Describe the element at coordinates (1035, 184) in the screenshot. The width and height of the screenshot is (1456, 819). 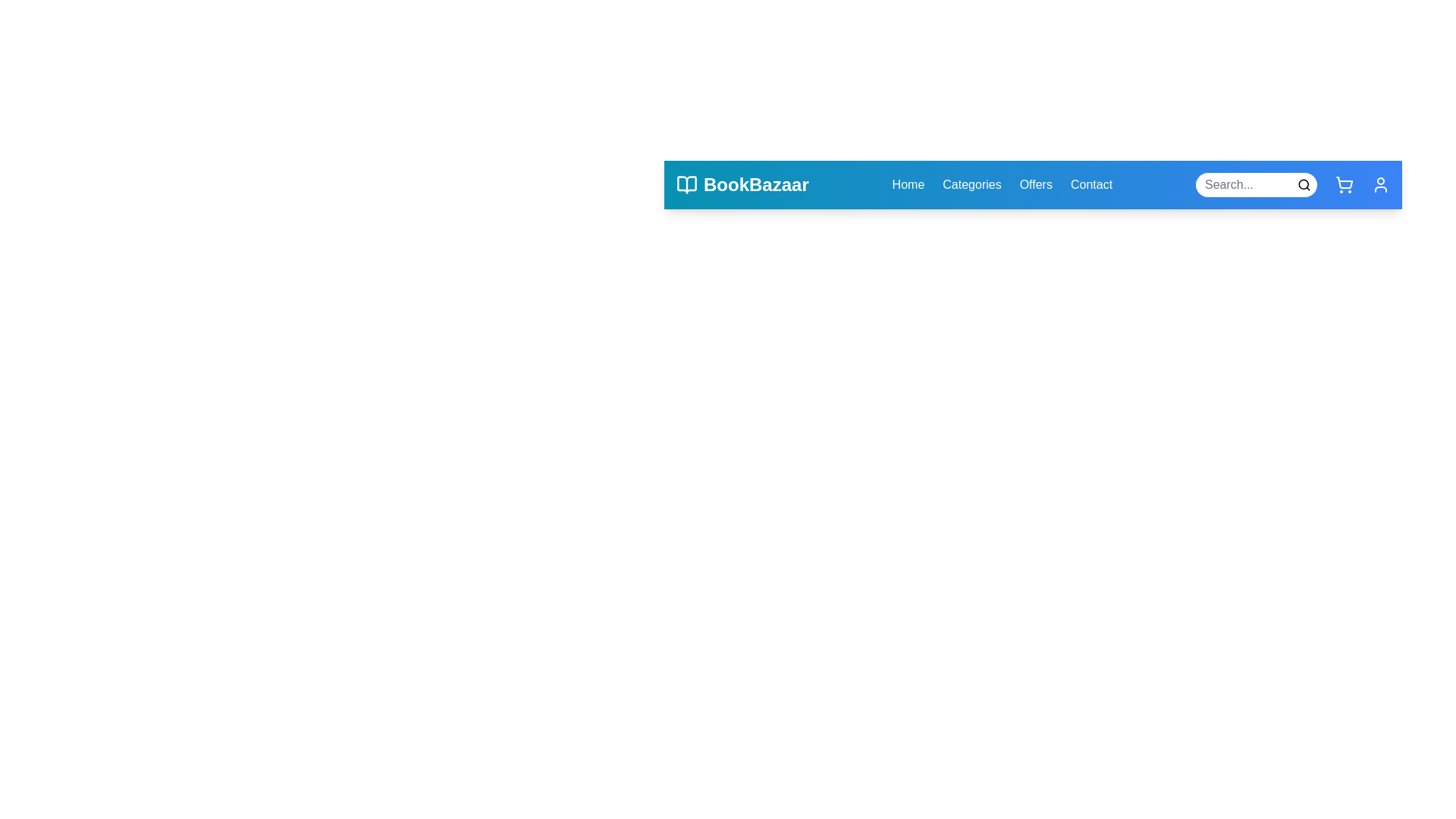
I see `the navigation link Offers to observe the hover effect` at that location.